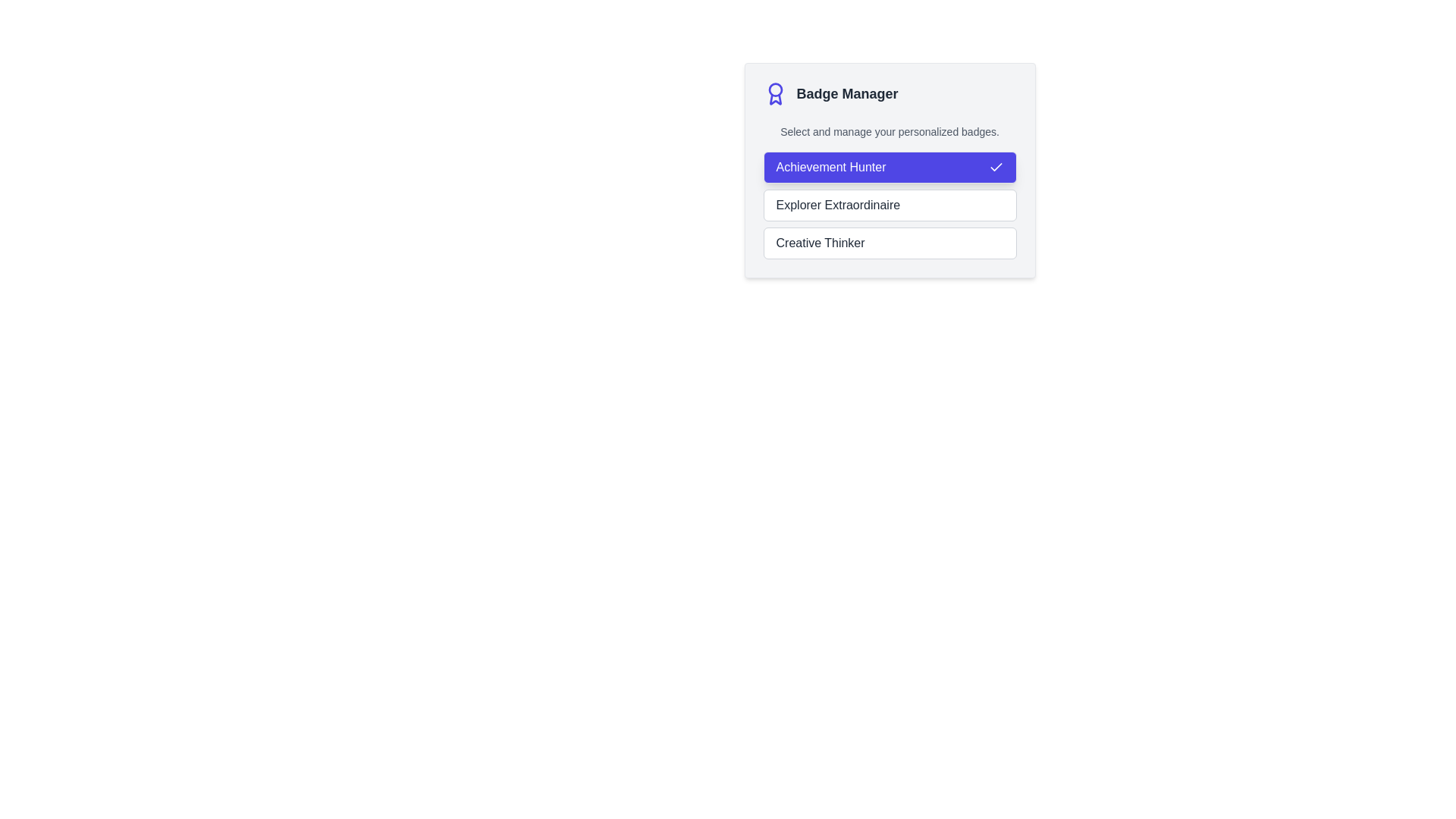  I want to click on the selectable button labeled 'Explorer Extraordinaire', so click(890, 205).